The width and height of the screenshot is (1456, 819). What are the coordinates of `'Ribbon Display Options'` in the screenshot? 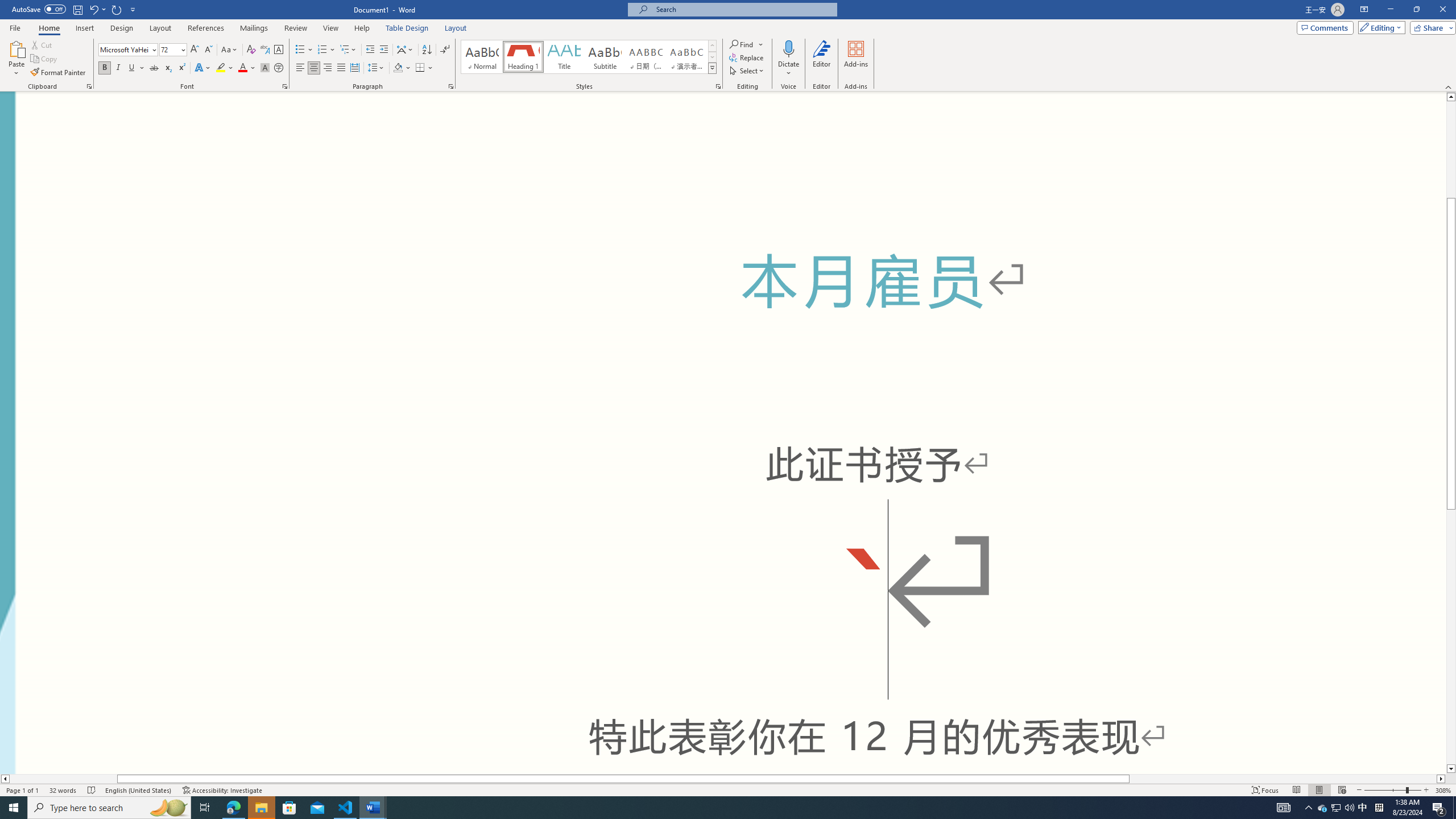 It's located at (1363, 9).